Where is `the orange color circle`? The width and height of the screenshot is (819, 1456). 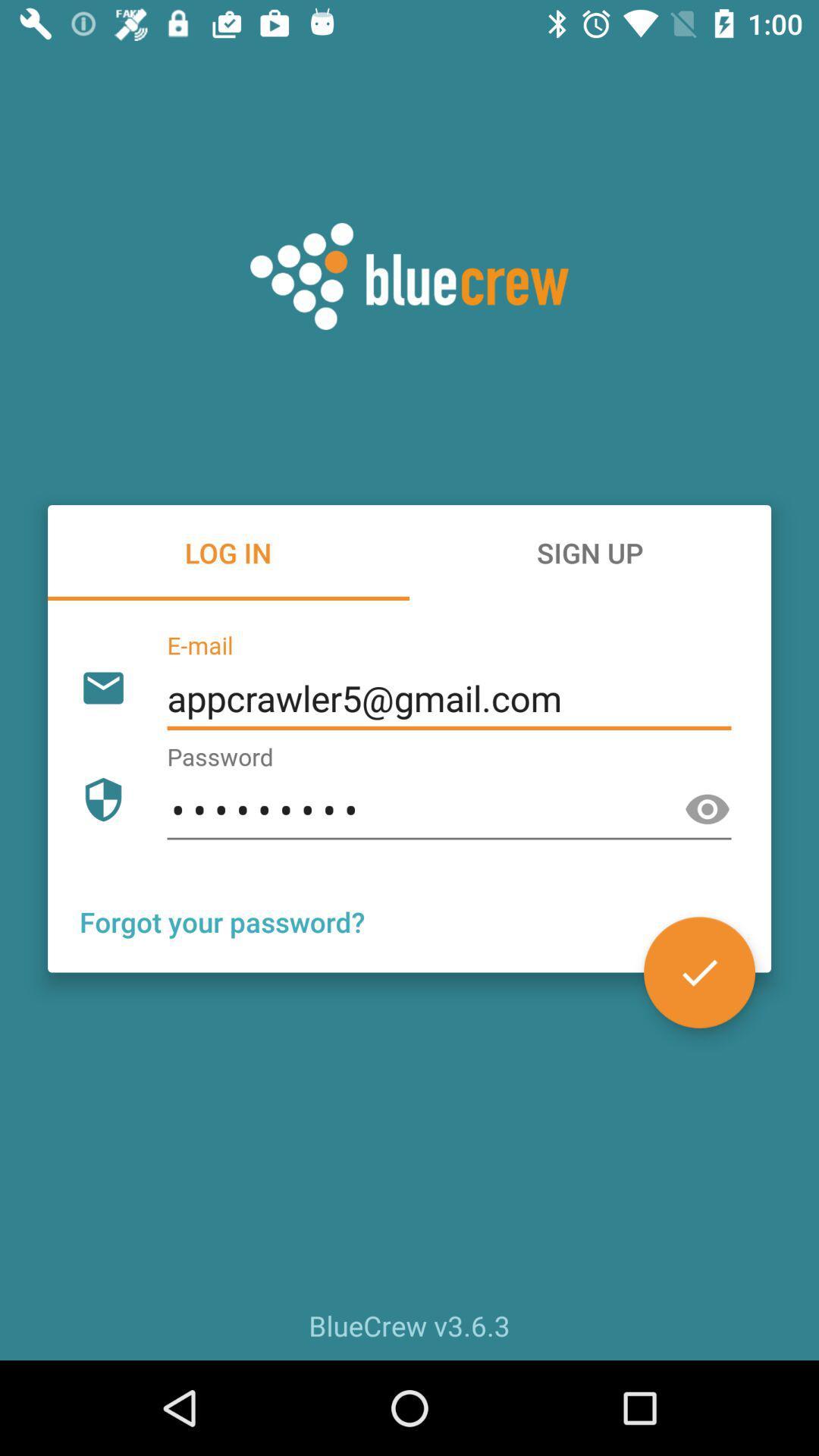
the orange color circle is located at coordinates (699, 972).